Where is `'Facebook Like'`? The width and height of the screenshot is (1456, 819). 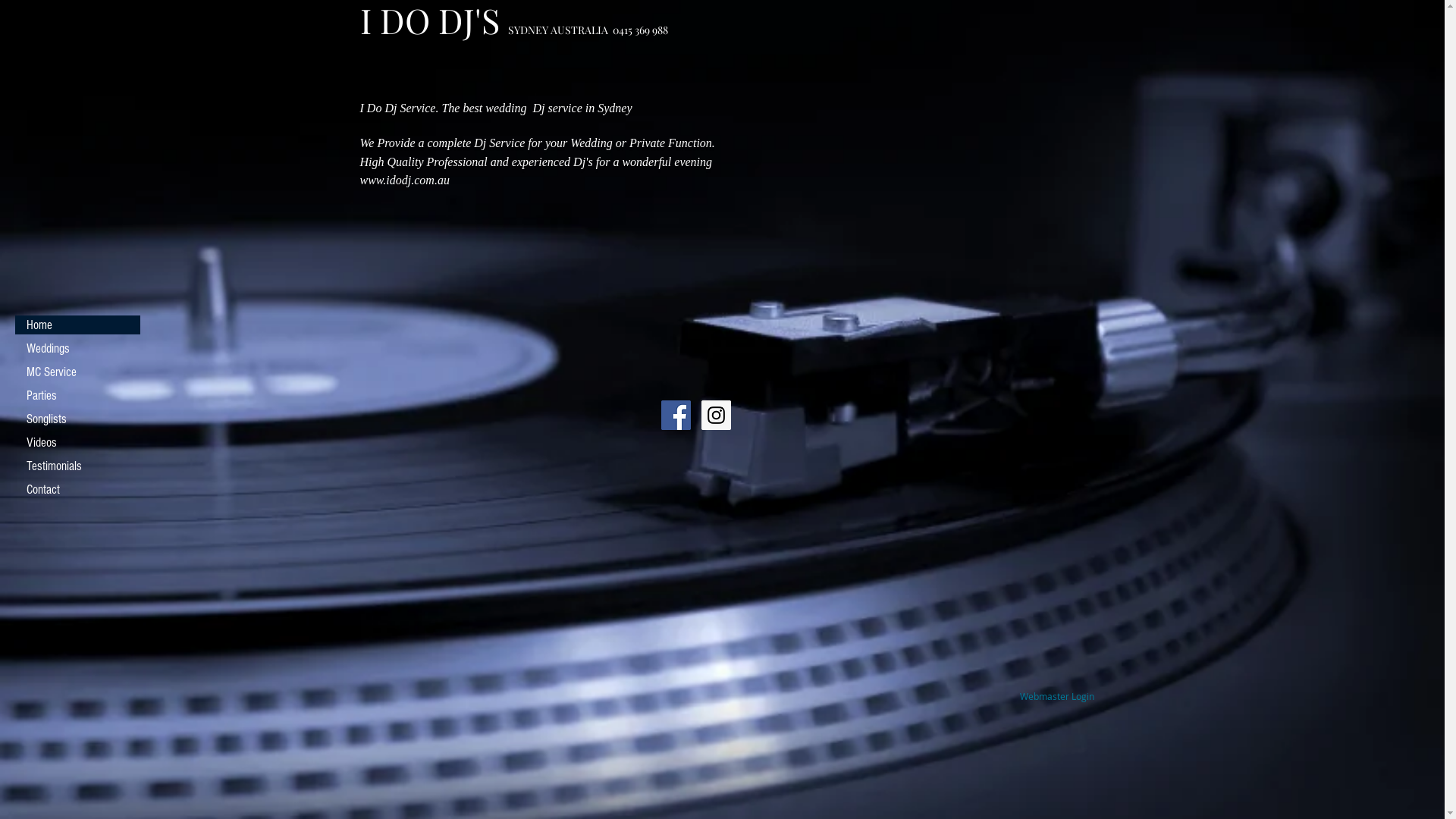
'Facebook Like' is located at coordinates (400, 439).